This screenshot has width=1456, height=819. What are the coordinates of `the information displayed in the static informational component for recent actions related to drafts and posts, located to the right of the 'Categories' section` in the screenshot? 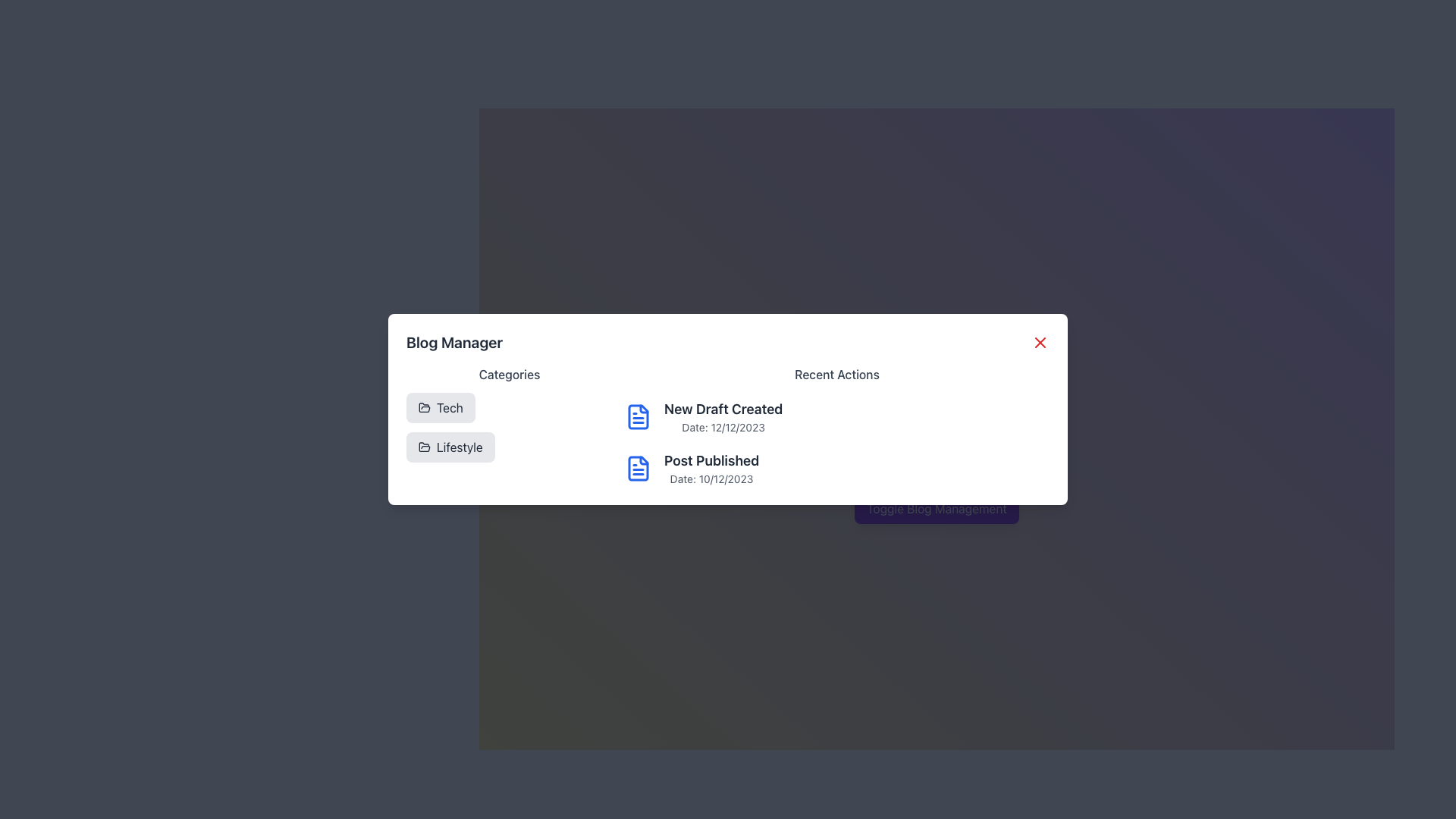 It's located at (836, 426).